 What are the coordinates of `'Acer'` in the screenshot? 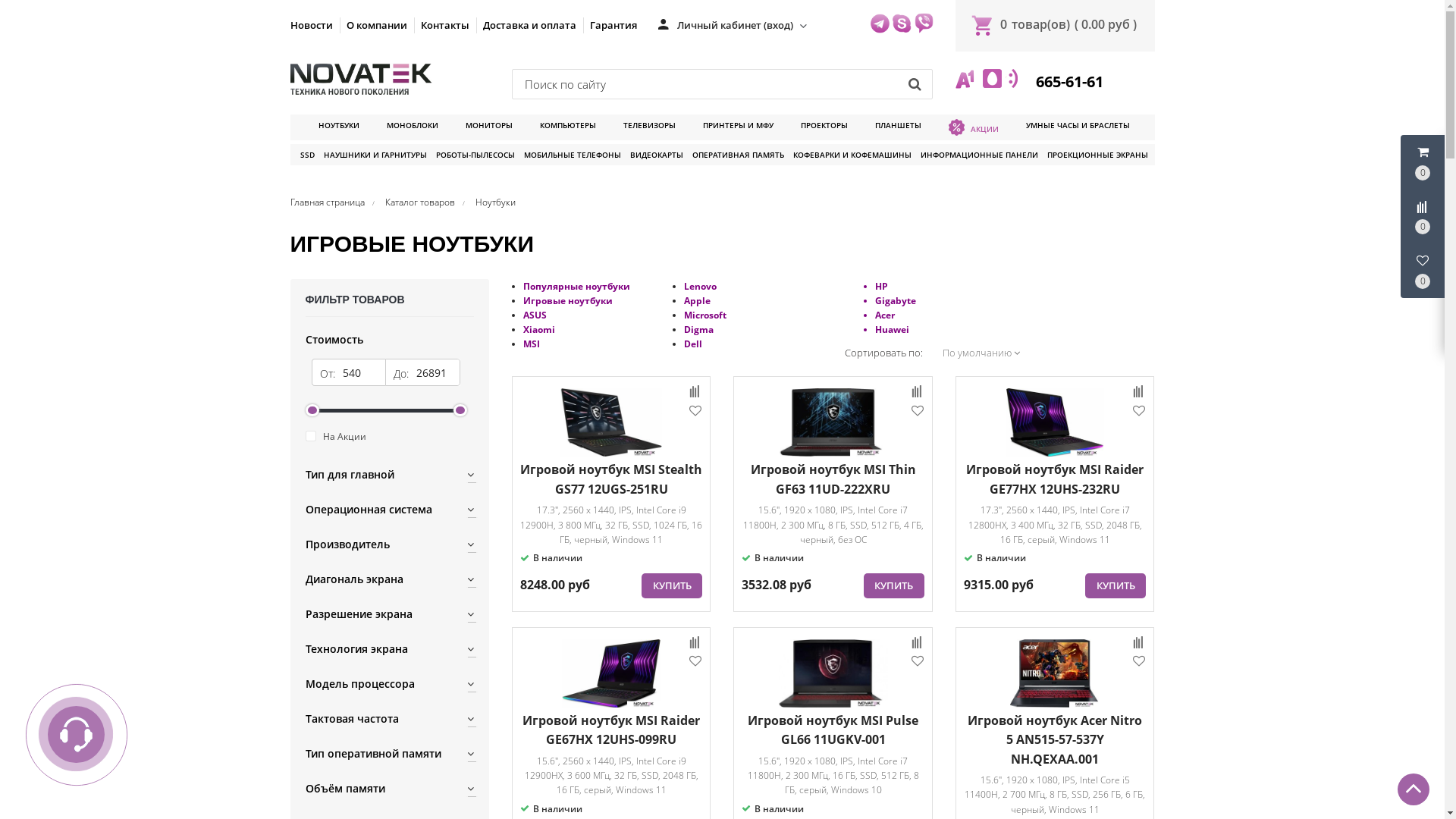 It's located at (874, 314).